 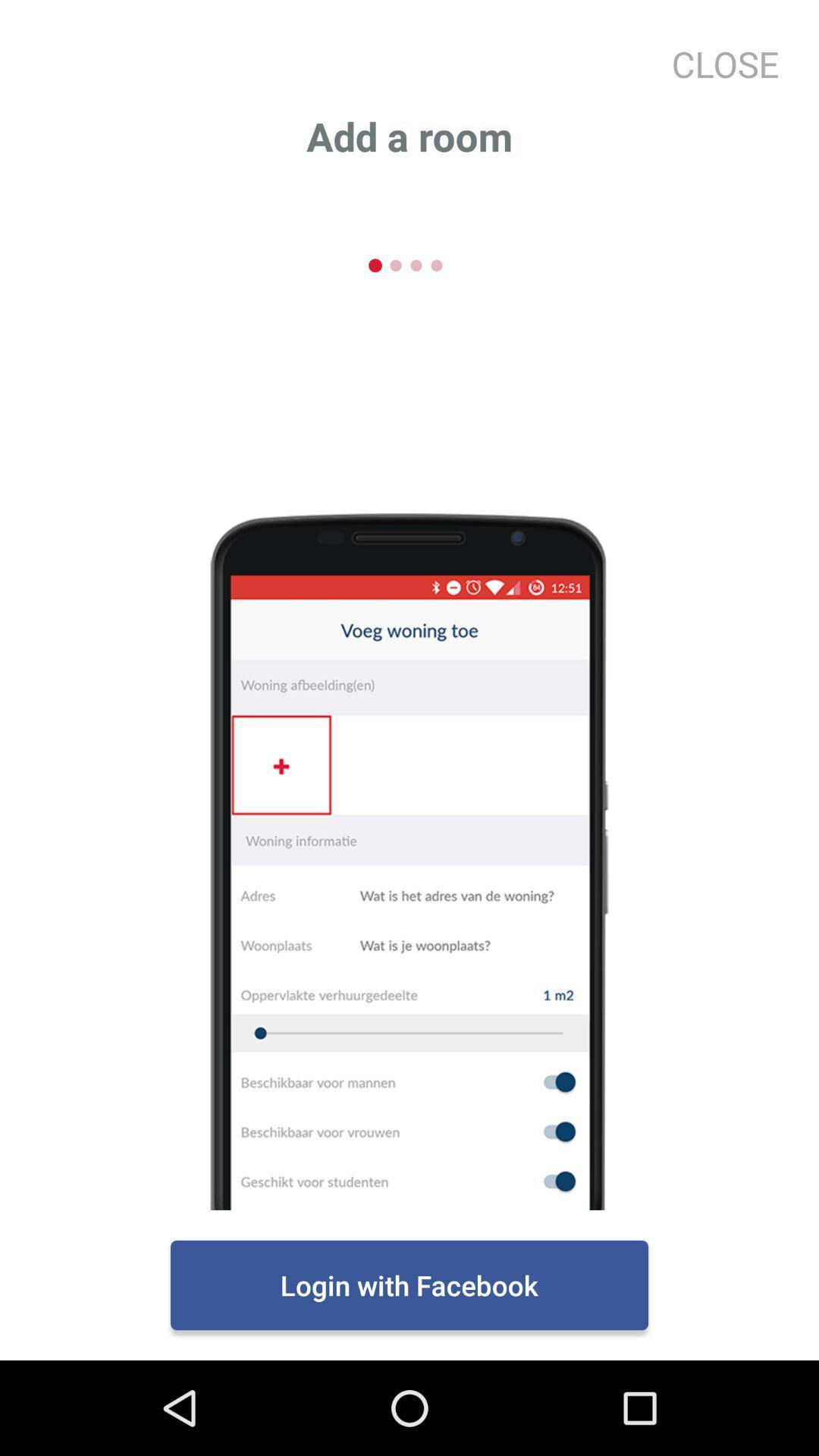 I want to click on close, so click(x=718, y=63).